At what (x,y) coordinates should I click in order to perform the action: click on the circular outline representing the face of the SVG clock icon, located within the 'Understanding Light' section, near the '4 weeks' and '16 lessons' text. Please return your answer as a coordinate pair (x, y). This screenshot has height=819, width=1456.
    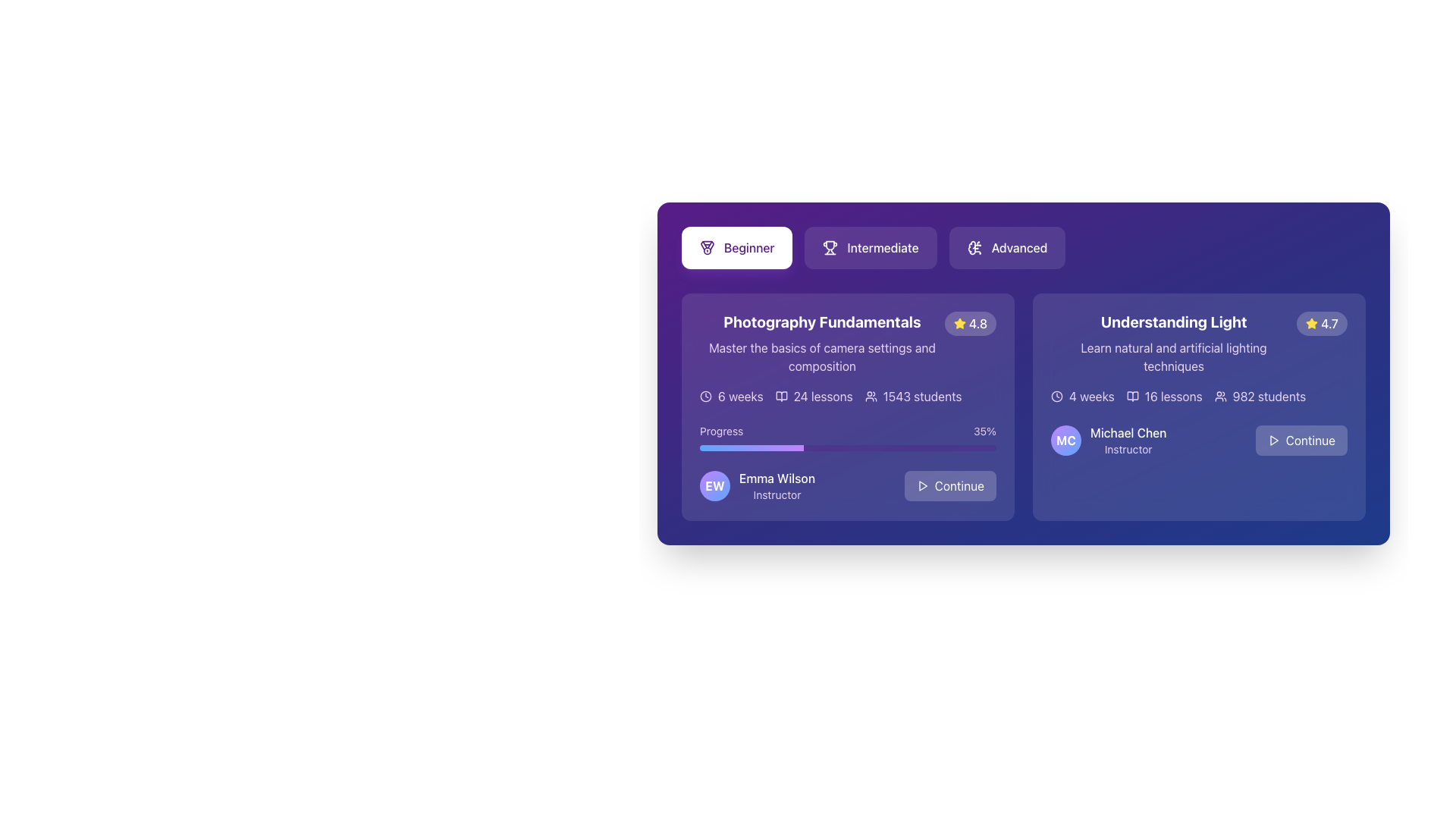
    Looking at the image, I should click on (1056, 396).